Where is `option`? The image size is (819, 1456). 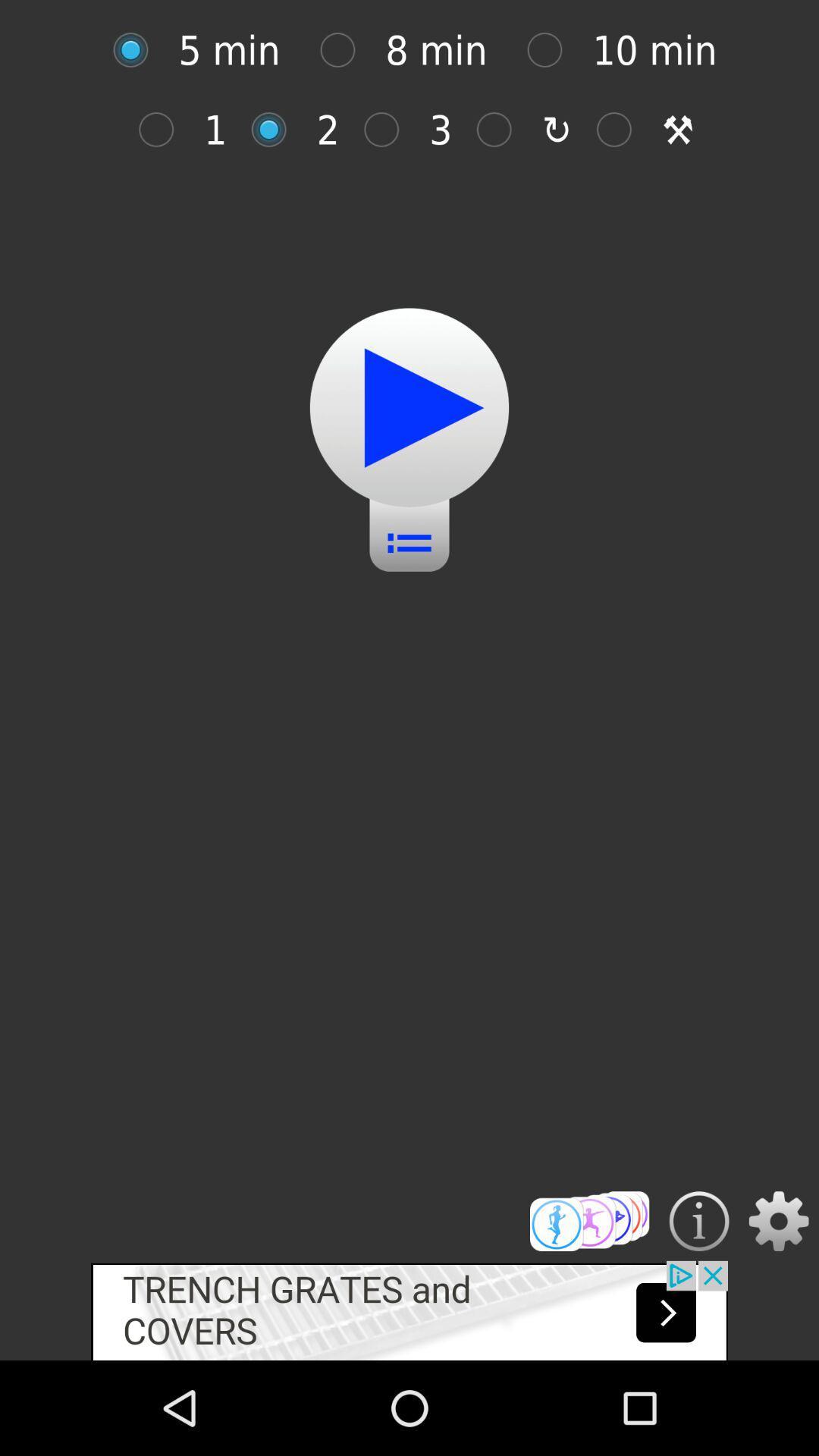
option is located at coordinates (277, 130).